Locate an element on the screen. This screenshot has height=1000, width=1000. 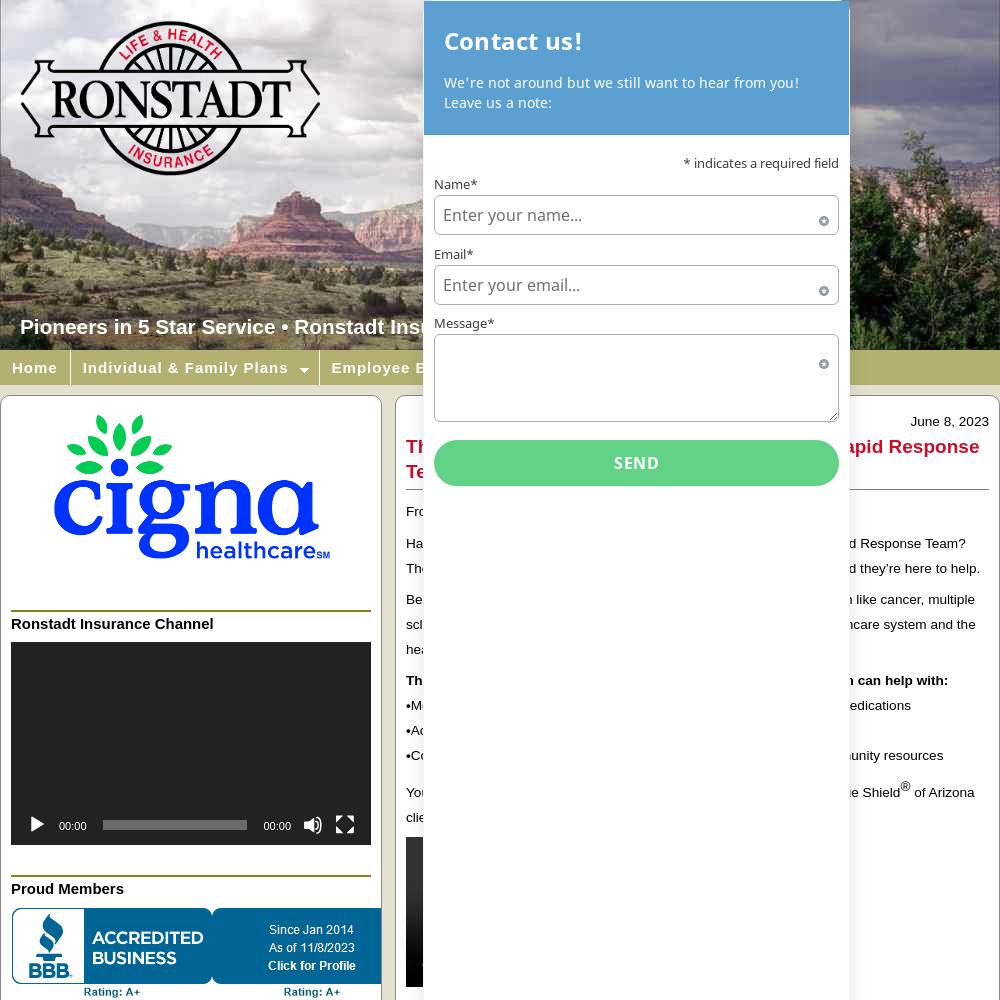
'Moving fast on pre-authorizations required for testing, procedures, and medications' is located at coordinates (410, 704).